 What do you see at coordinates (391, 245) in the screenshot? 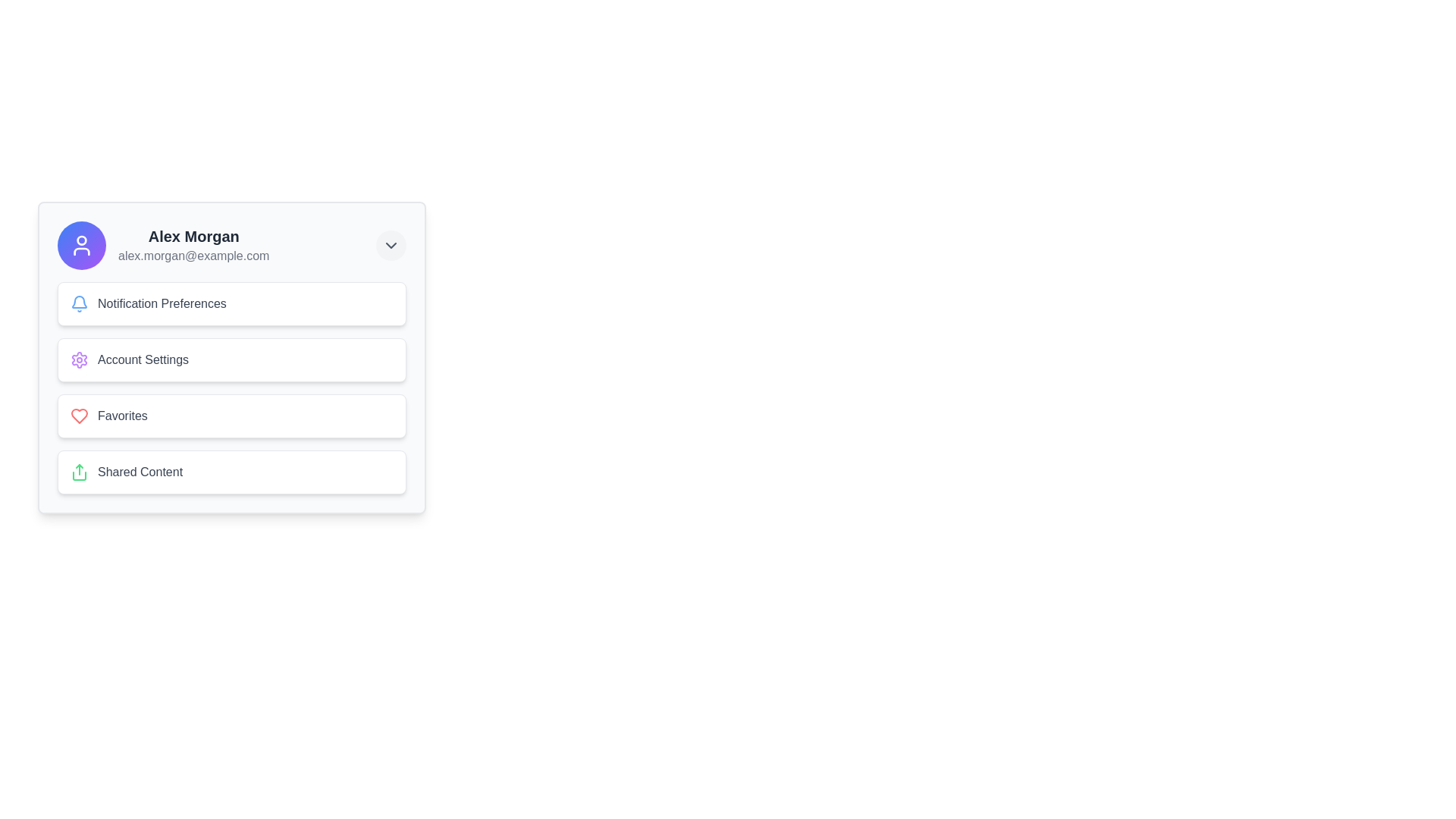
I see `the circular dropdown trigger button with a light gray background and a downward pointing chevron icon` at bounding box center [391, 245].